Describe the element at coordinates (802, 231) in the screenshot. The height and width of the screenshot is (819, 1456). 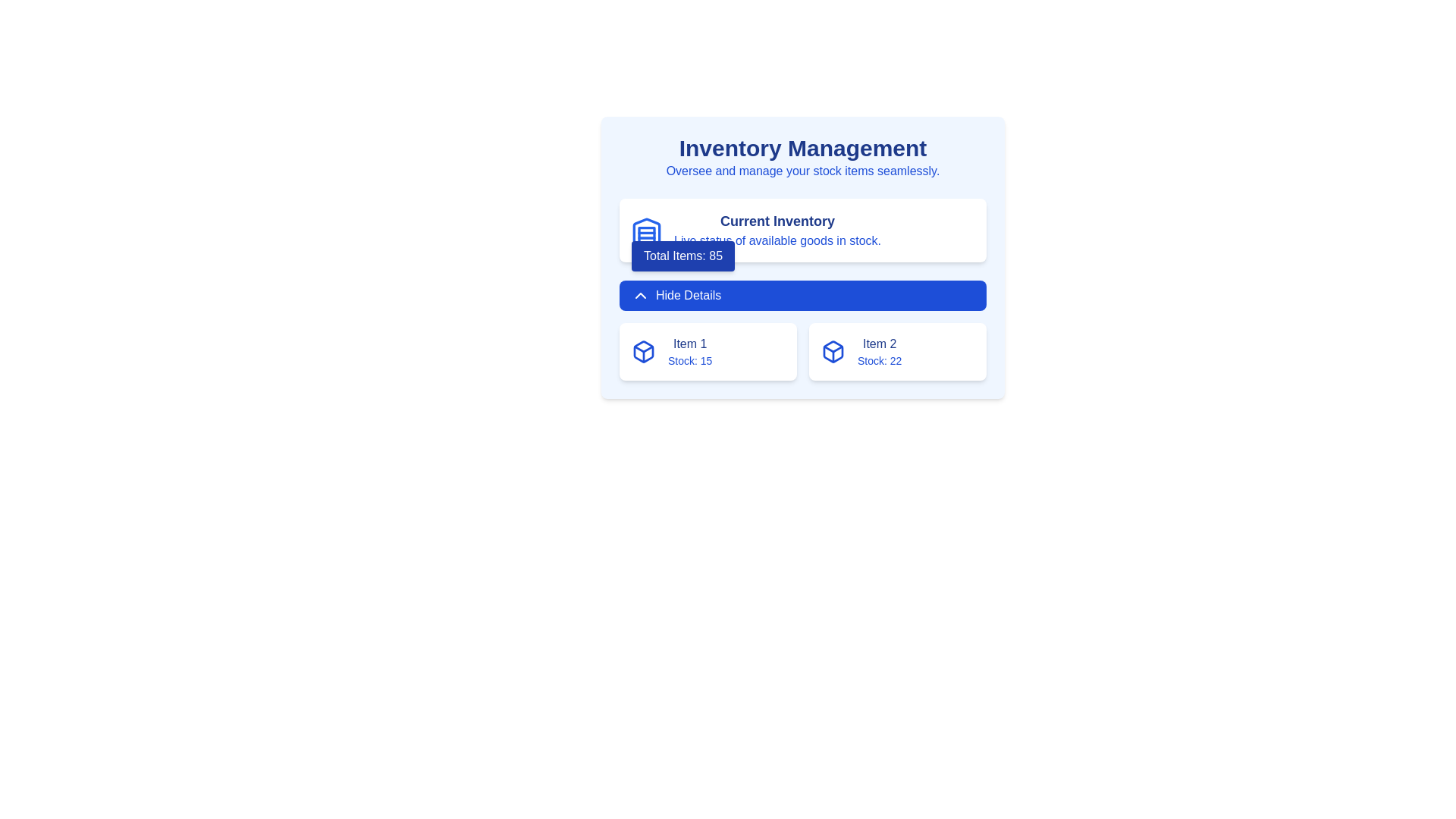
I see `the text element displaying 'Current Inventory' in bold blue font, located near the top of the 'Inventory Management' card and above the 'Hide Details' button` at that location.